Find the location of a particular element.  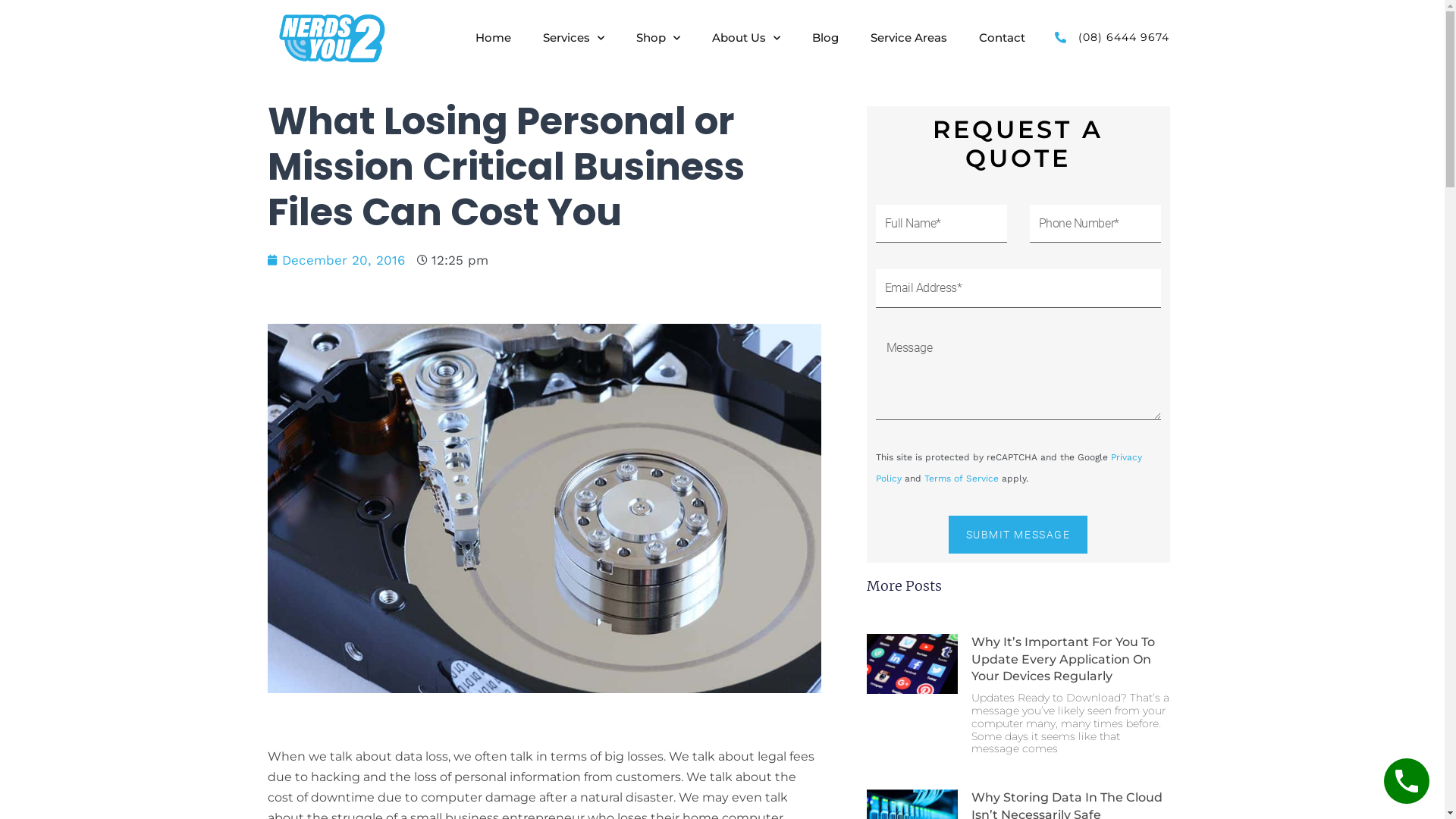

'Terms of Service' is located at coordinates (960, 479).